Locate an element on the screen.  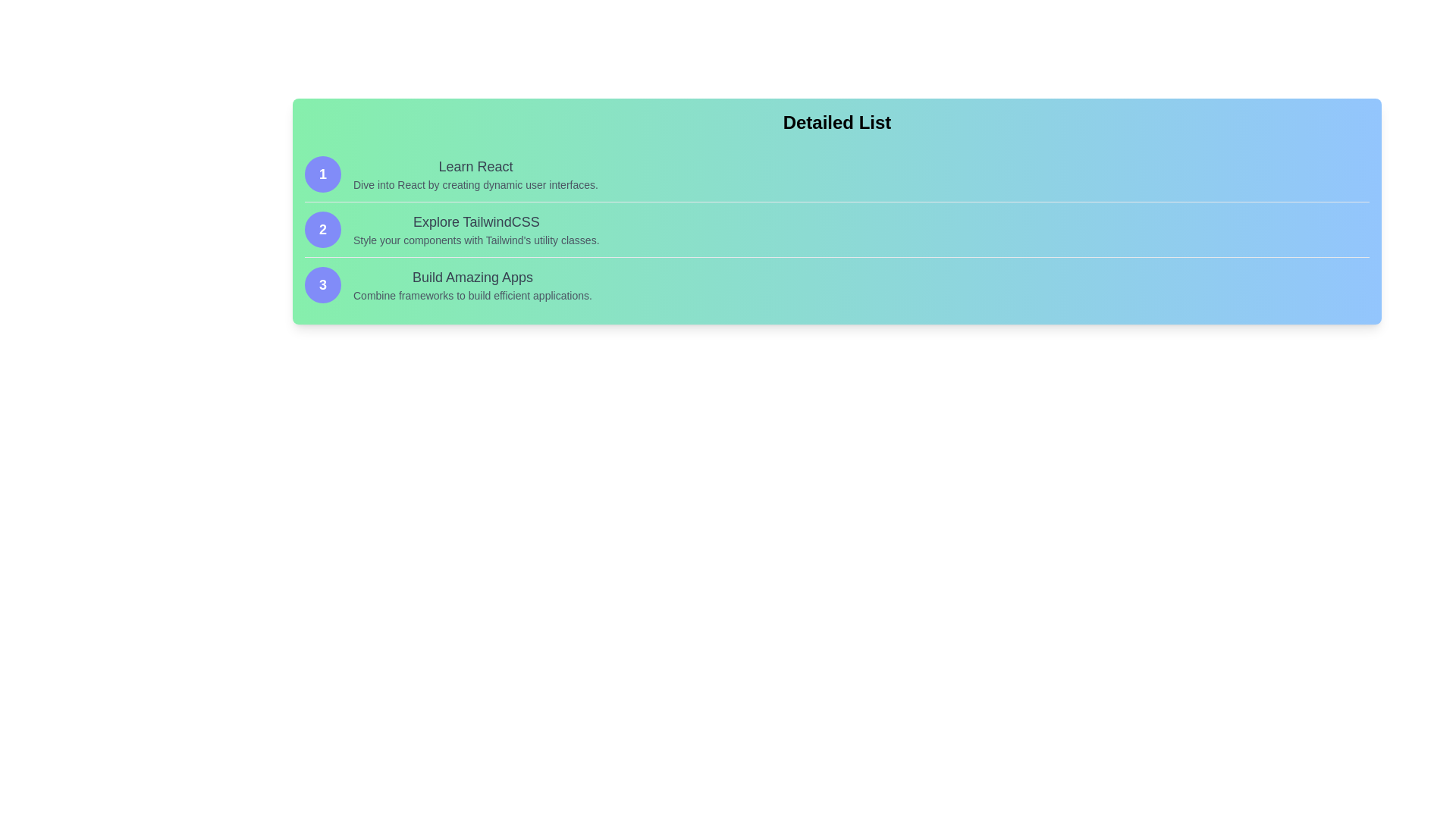
the content of the circular badge with a blue background containing the white text '2', which is located to the left of the text 'Explore TailwindCSS' is located at coordinates (322, 230).